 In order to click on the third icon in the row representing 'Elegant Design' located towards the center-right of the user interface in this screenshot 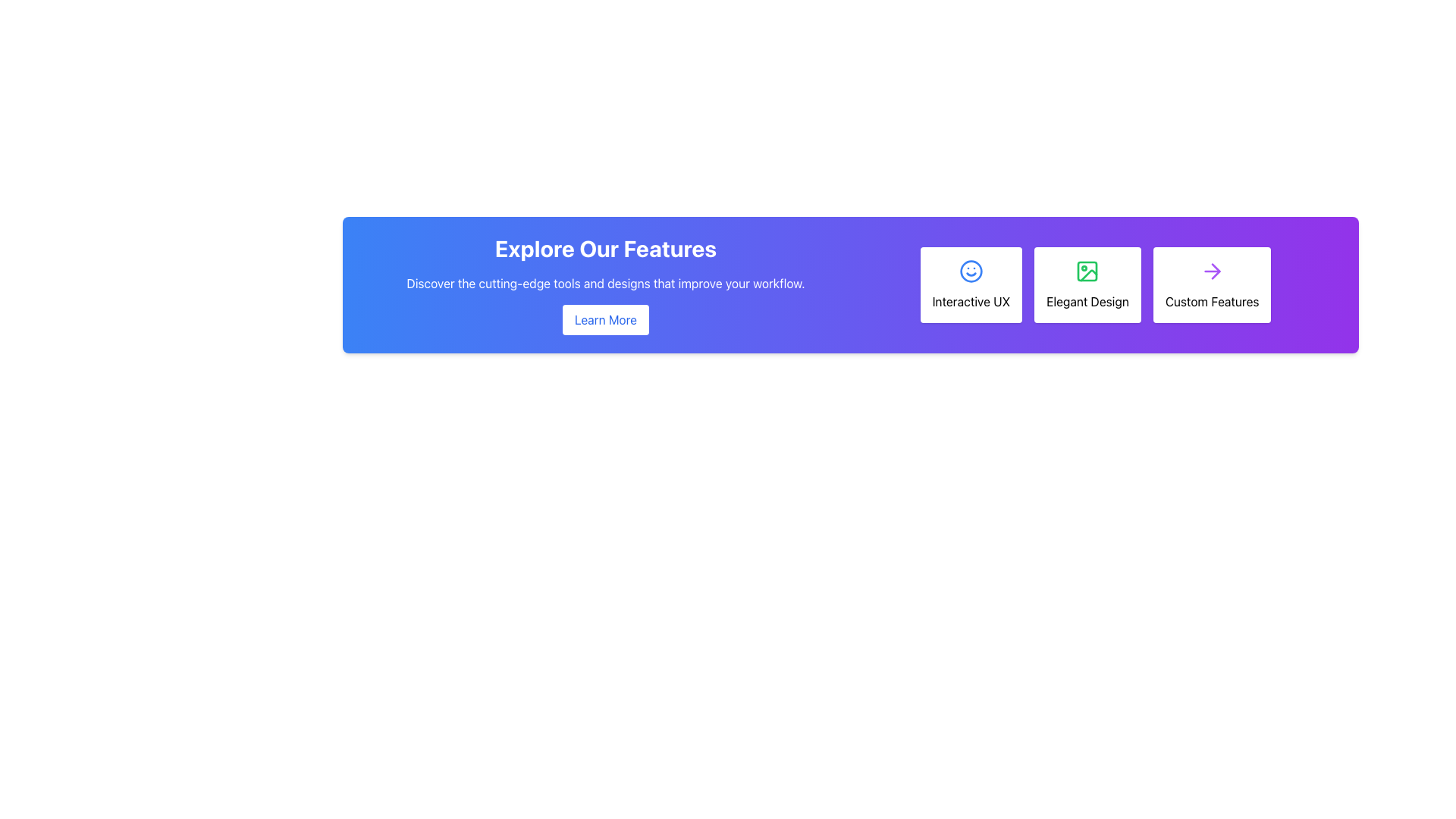, I will do `click(1088, 275)`.